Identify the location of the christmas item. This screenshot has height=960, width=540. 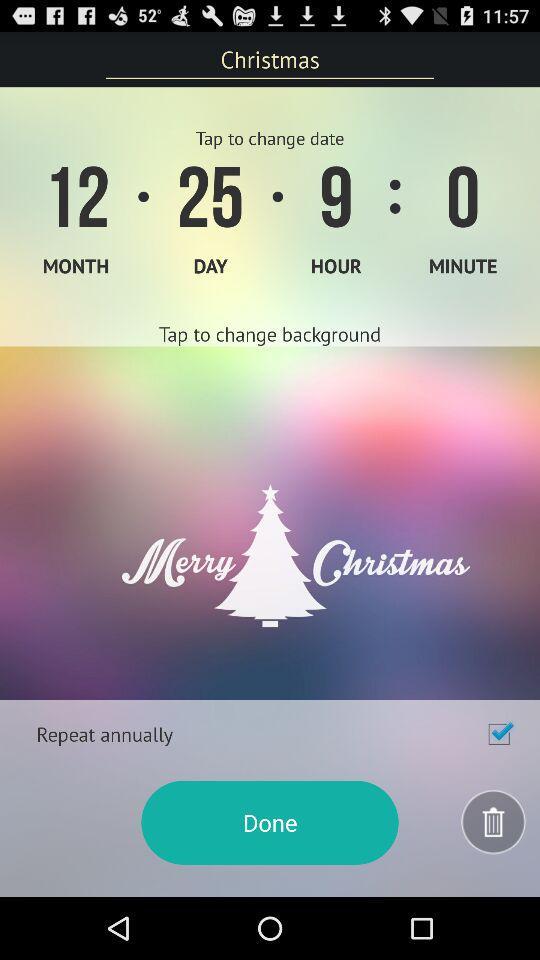
(270, 58).